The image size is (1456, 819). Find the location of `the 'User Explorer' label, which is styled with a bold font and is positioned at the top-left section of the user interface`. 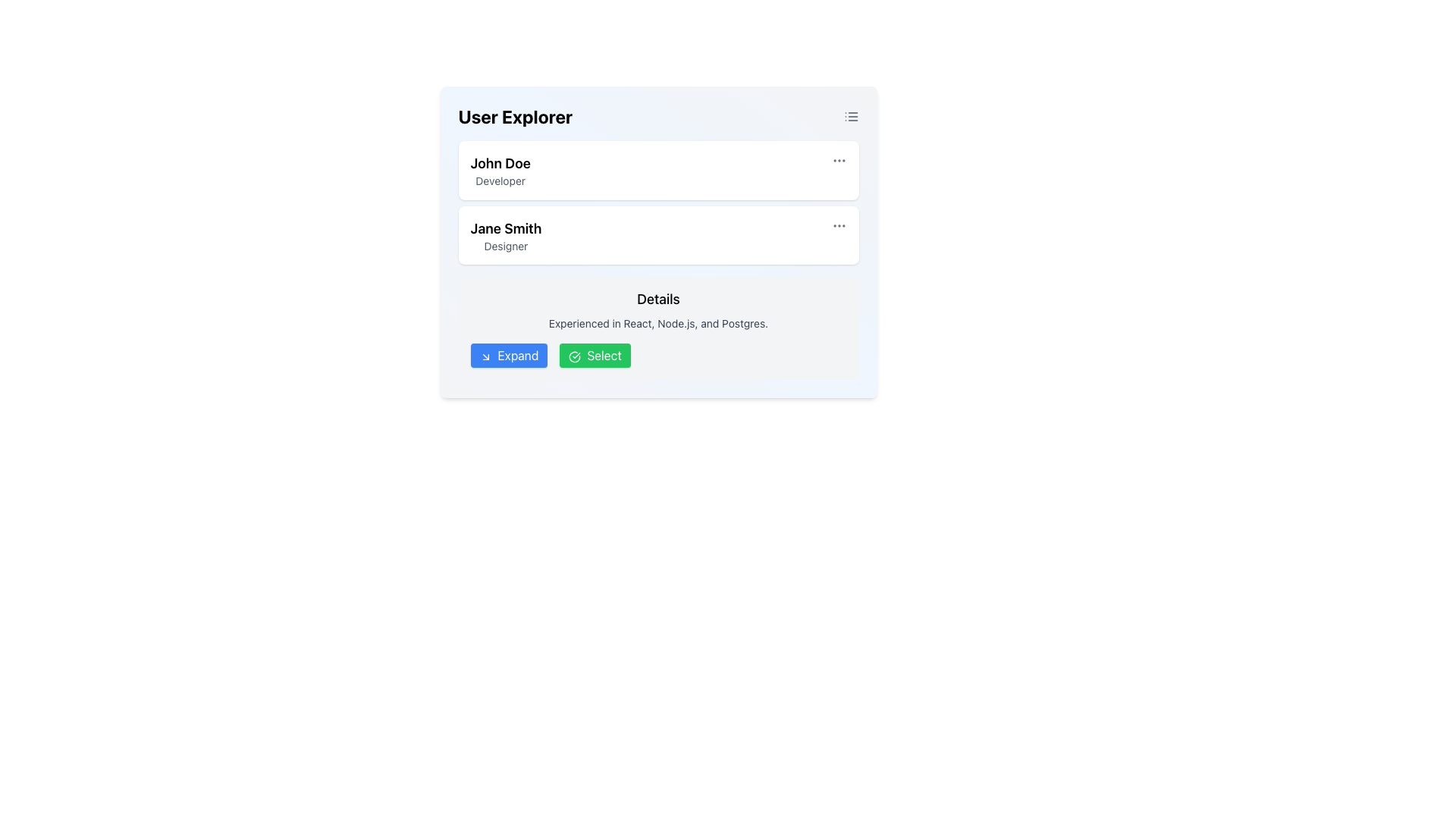

the 'User Explorer' label, which is styled with a bold font and is positioned at the top-left section of the user interface is located at coordinates (515, 116).